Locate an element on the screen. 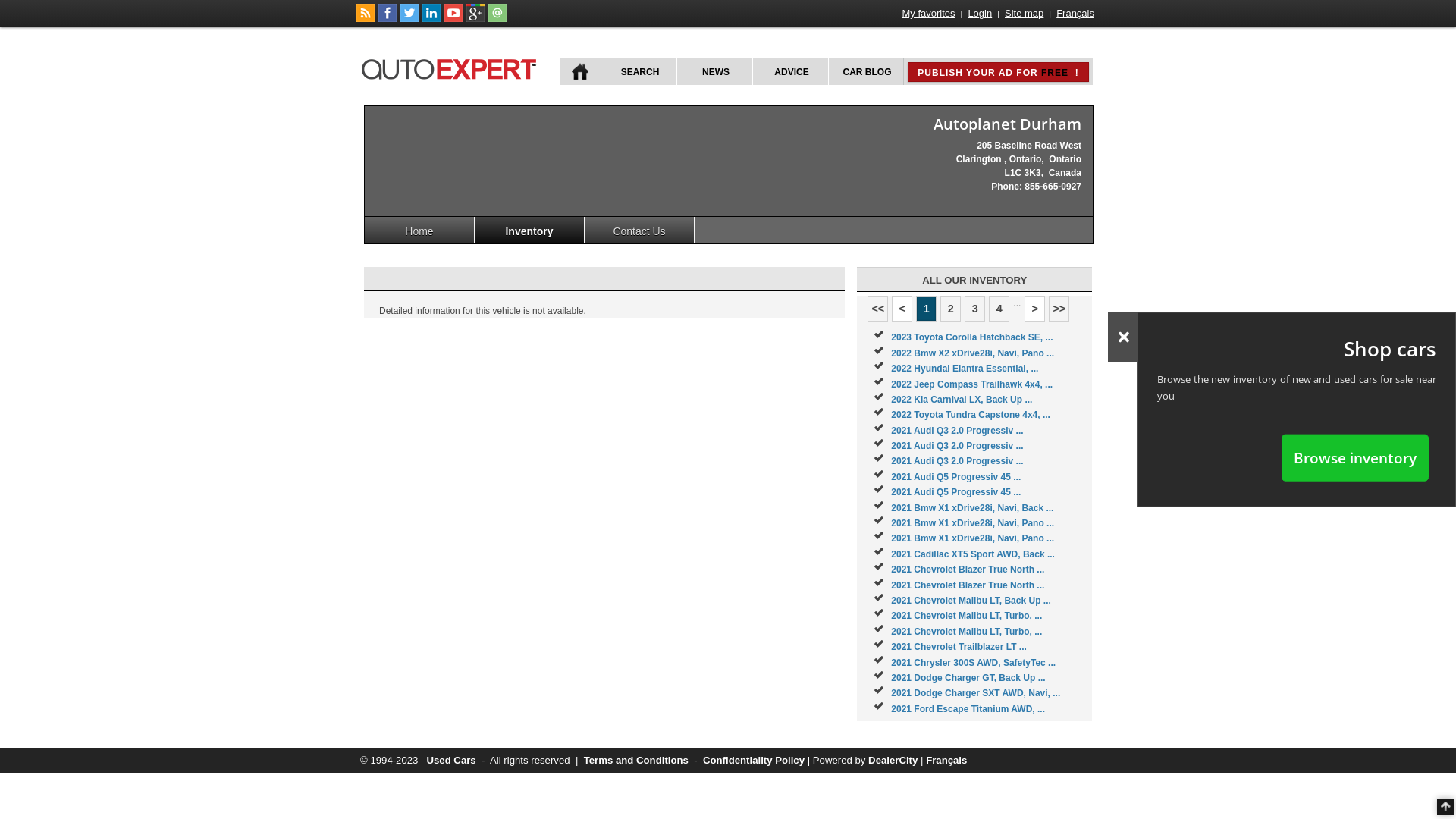 This screenshot has width=1456, height=819. 'PUBLISH YOUR AD FOR FREE  !' is located at coordinates (997, 72).